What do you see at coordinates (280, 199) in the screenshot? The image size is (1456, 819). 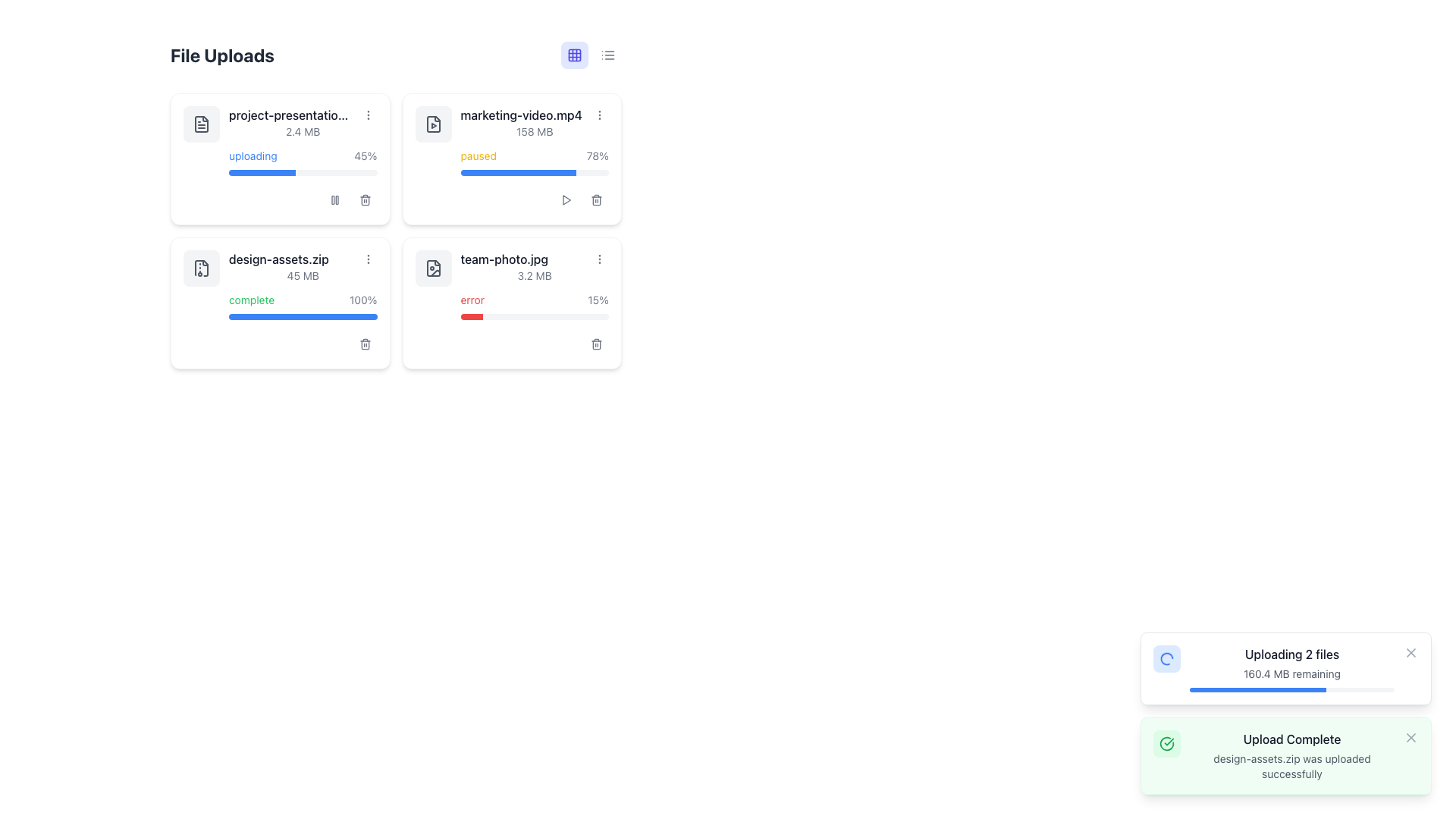 I see `the pause button in the grouped control at the bottom-right corner of the 'project-presentation.pptx' card` at bounding box center [280, 199].